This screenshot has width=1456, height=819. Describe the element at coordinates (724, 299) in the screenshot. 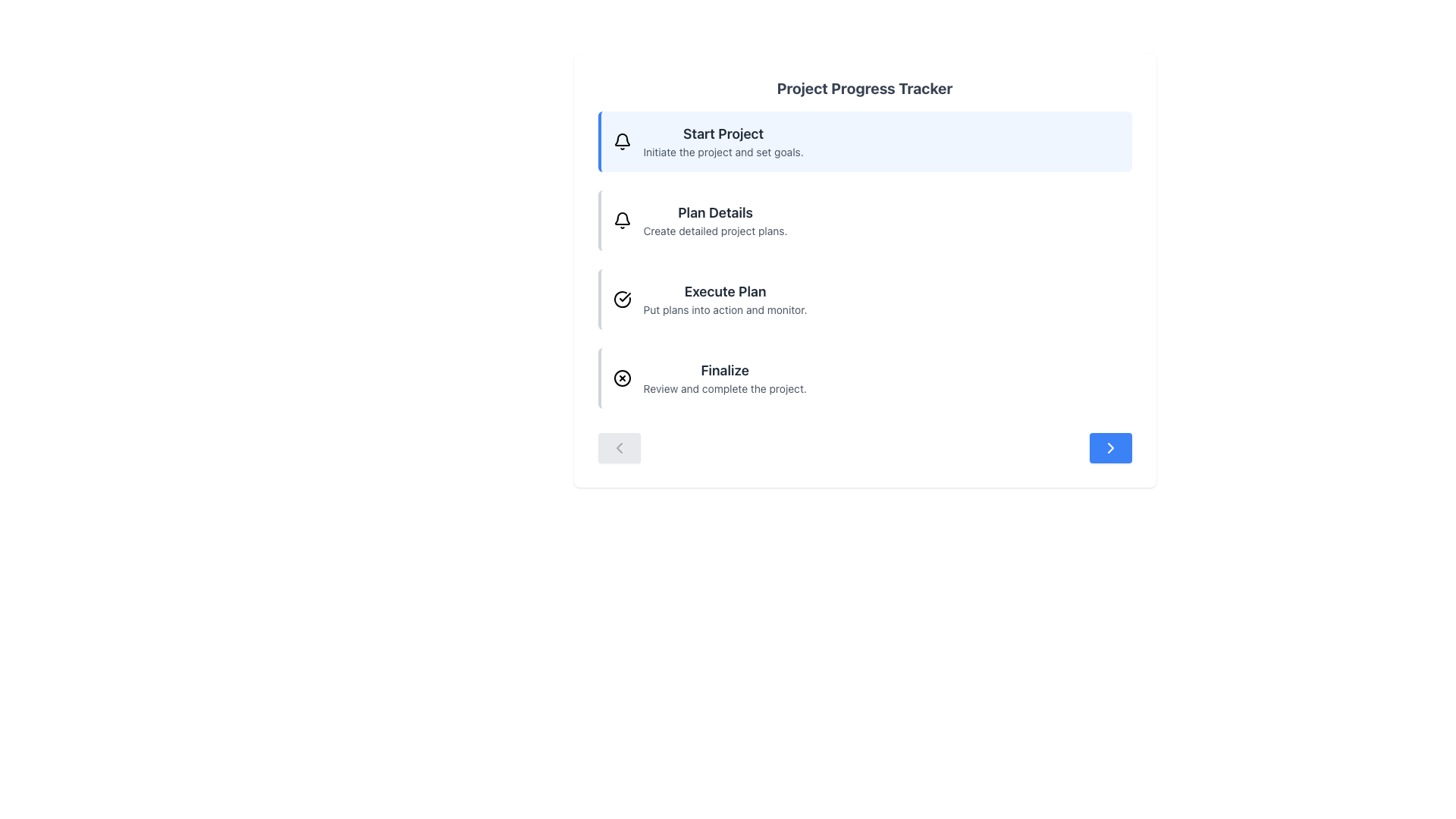

I see `the non-interactive Text Display labeled 'Execute Plan', which is the third item in a vertical list, positioned between 'Plan Details' and 'Finalize'` at that location.